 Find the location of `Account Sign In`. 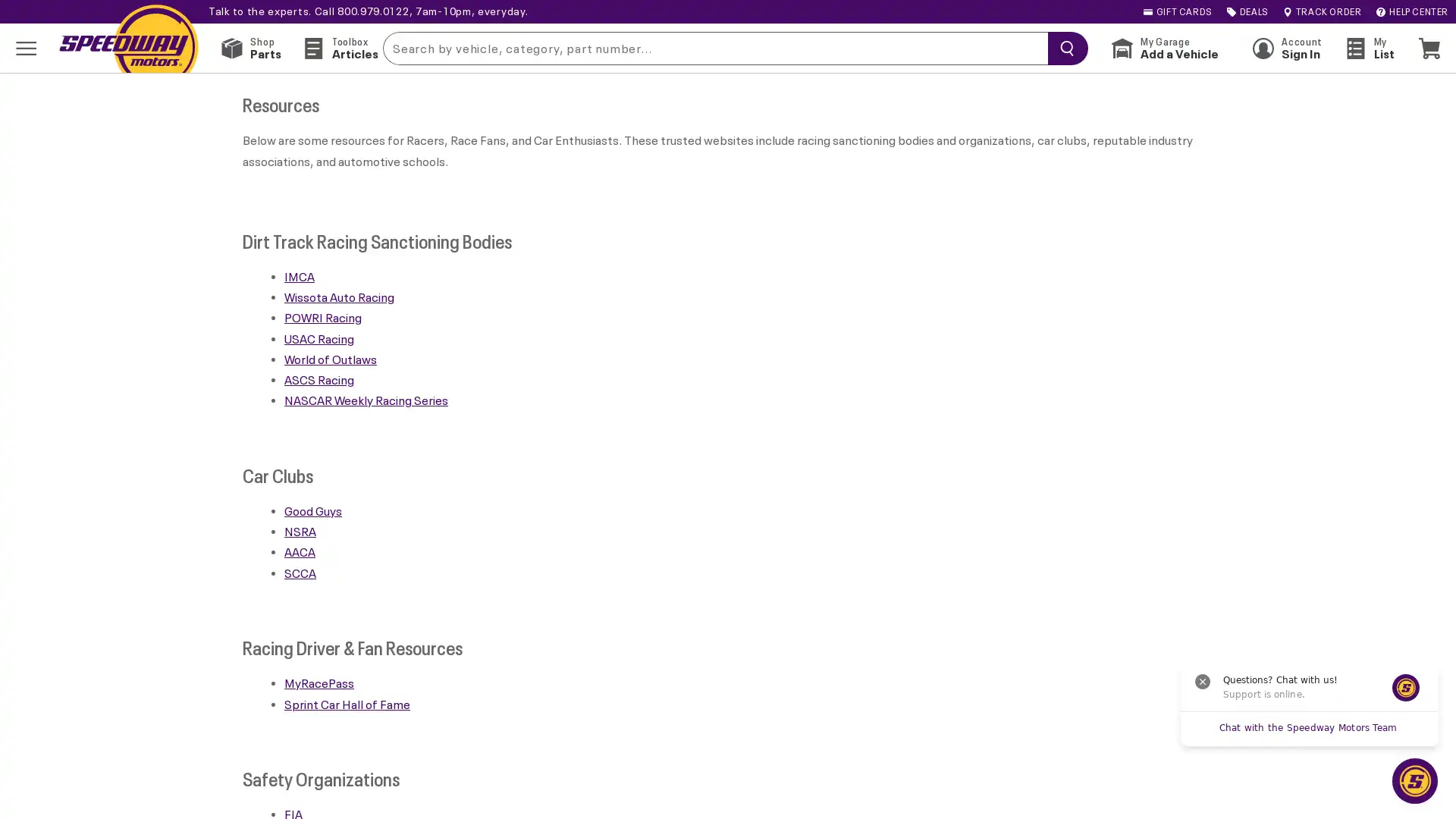

Account Sign In is located at coordinates (1286, 47).